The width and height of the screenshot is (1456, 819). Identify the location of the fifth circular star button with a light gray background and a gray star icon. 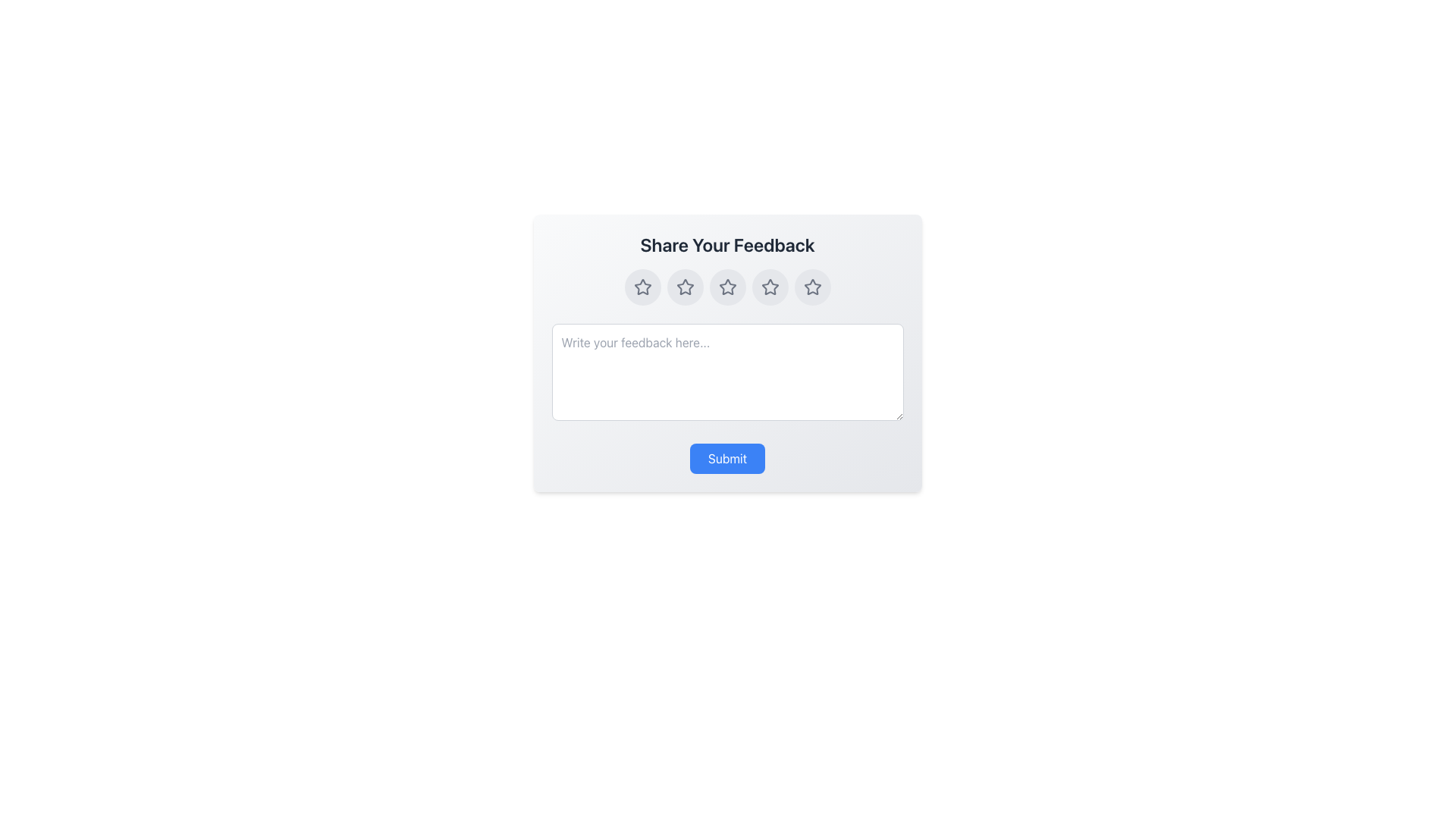
(811, 287).